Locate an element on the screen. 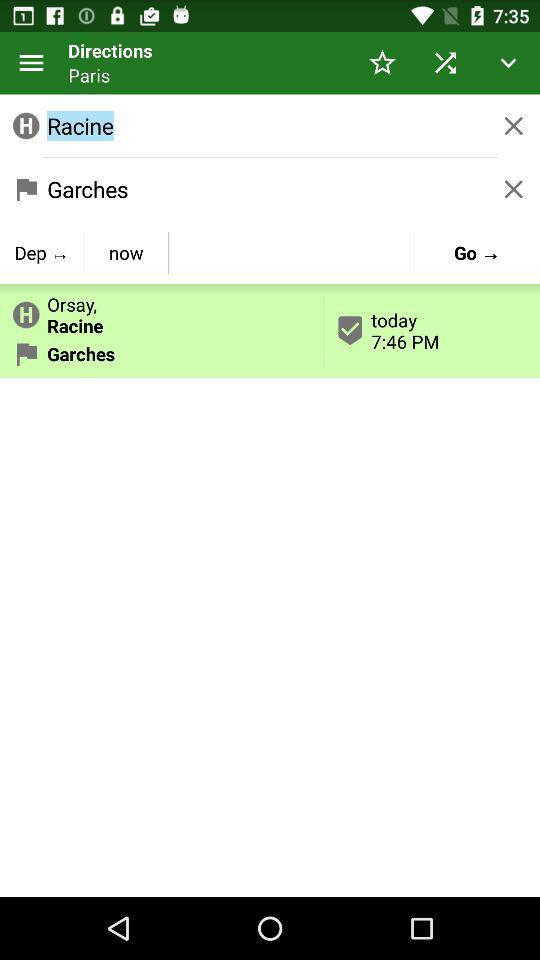 The width and height of the screenshot is (540, 960). item below garches icon is located at coordinates (42, 251).